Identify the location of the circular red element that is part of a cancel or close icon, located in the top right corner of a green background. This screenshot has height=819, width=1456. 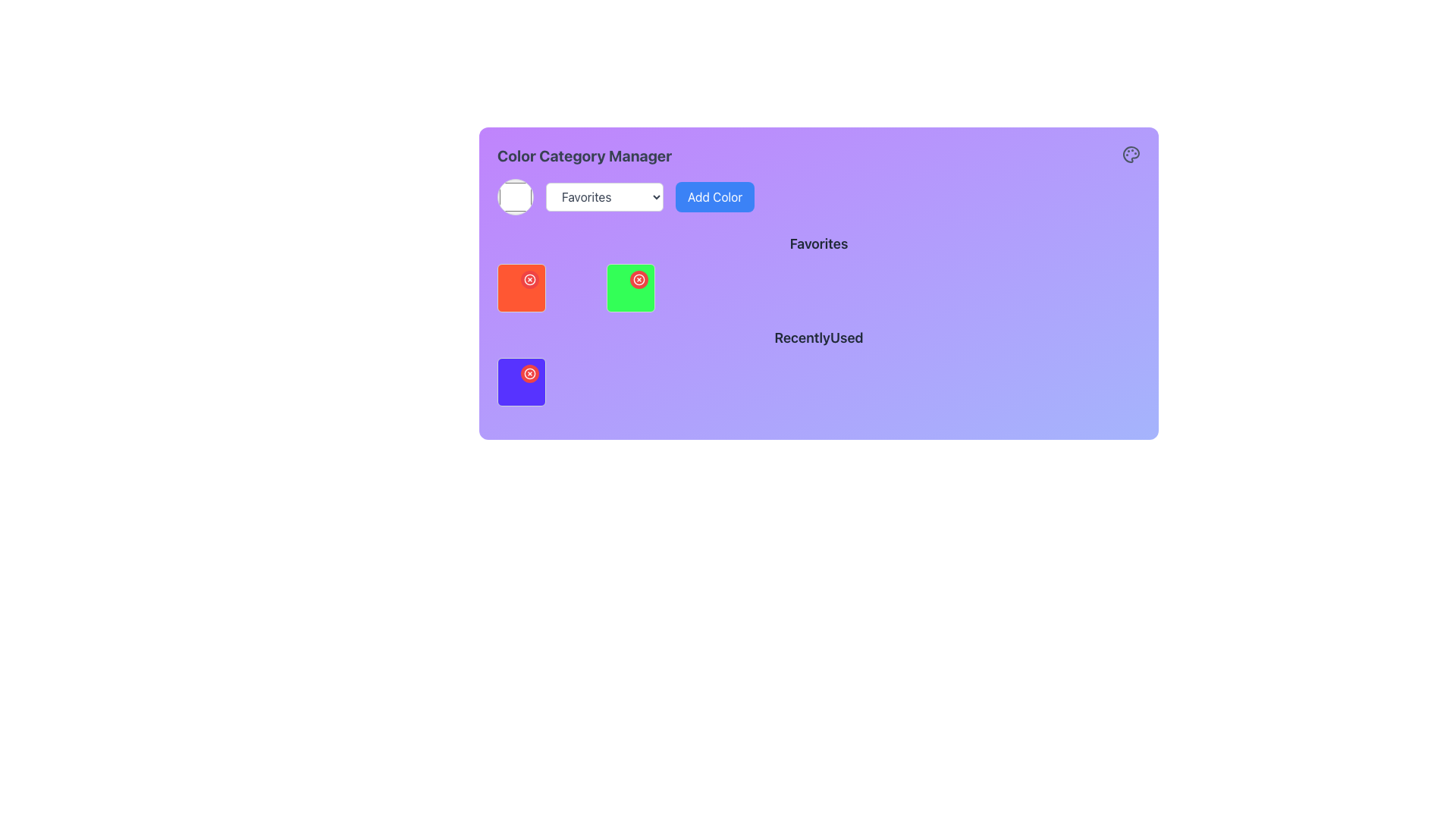
(530, 374).